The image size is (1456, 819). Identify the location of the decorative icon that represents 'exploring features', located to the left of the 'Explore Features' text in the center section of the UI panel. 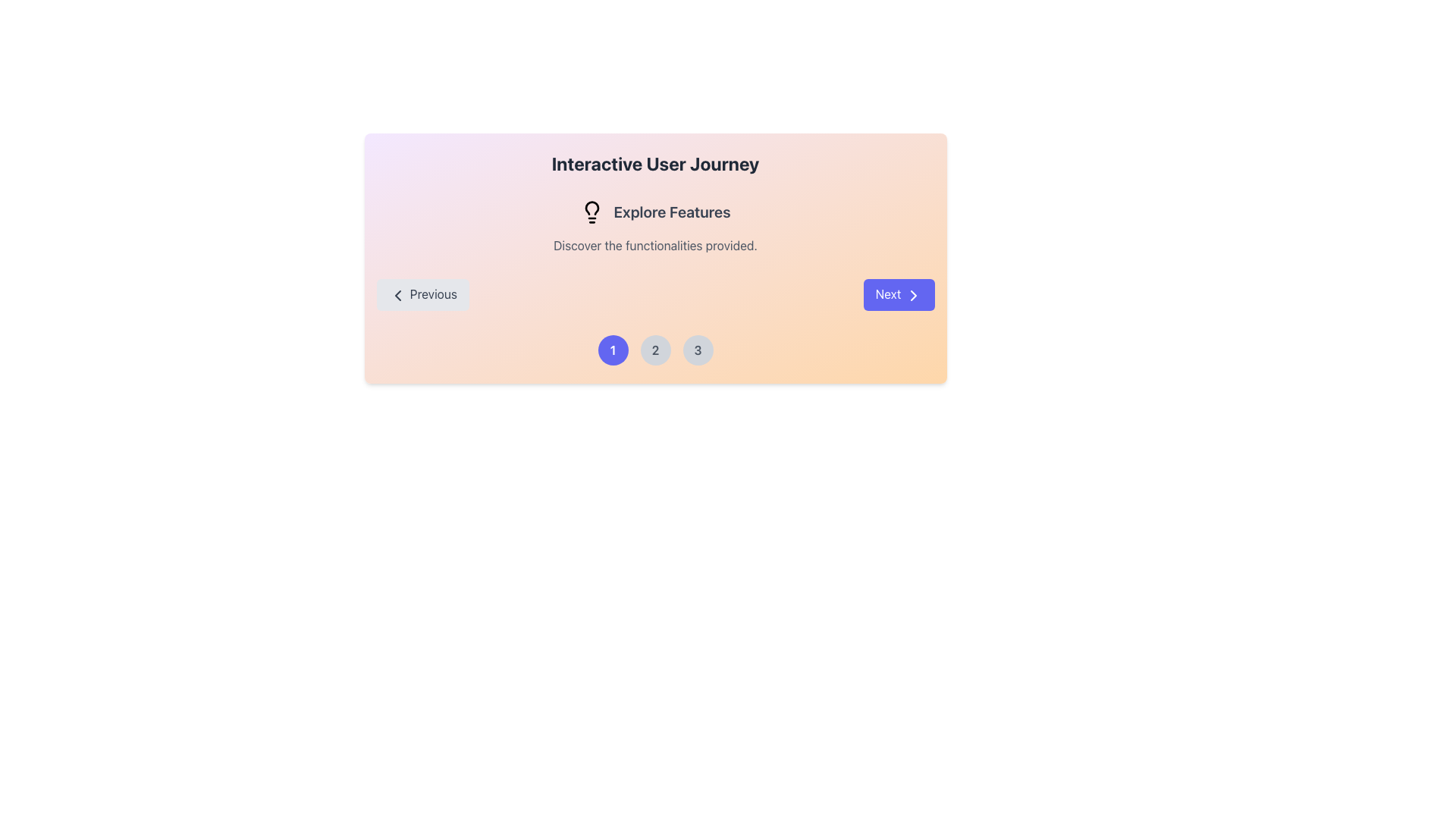
(591, 212).